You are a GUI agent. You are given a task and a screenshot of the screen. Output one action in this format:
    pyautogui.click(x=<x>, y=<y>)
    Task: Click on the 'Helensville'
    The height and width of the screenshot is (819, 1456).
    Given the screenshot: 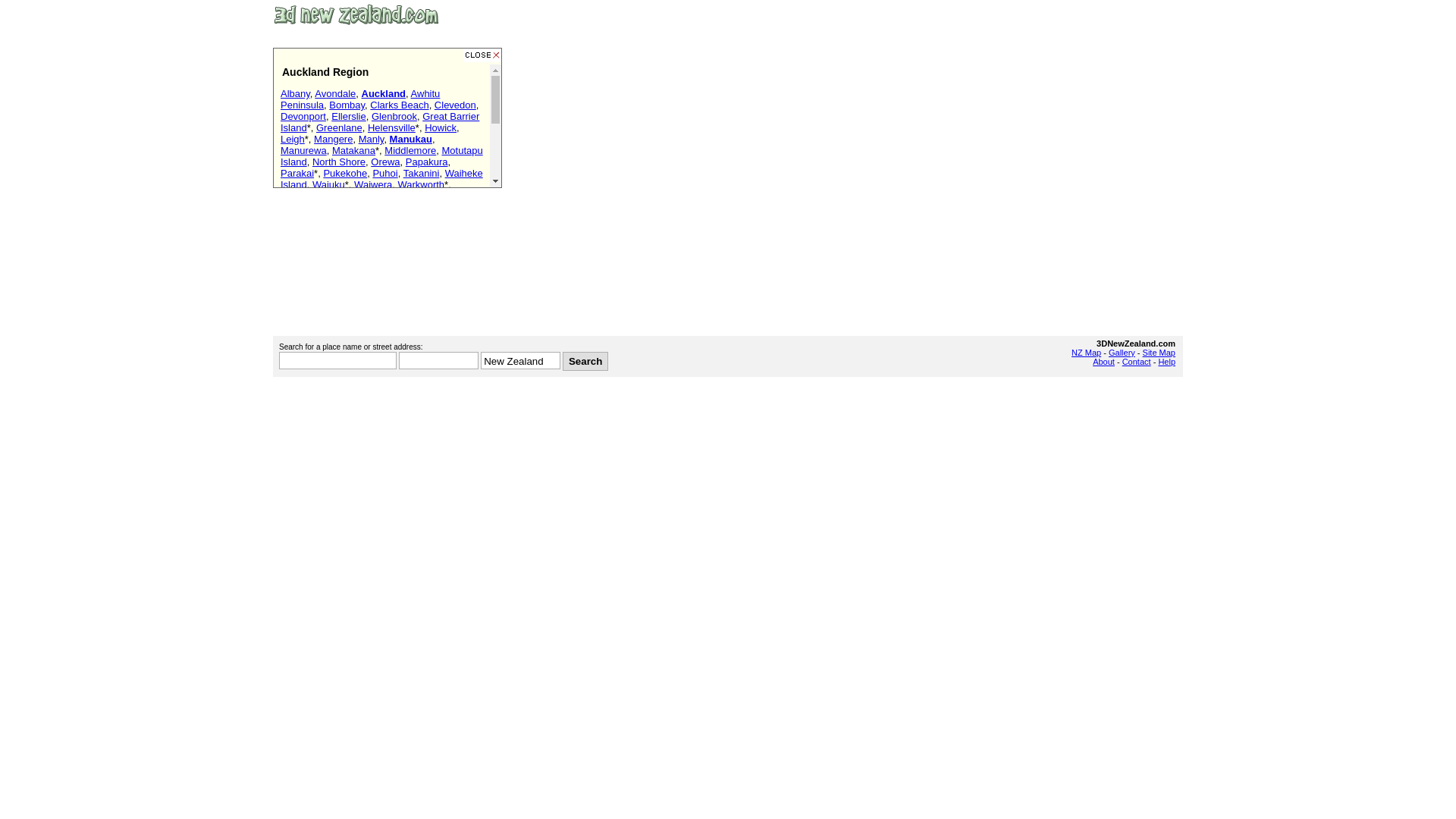 What is the action you would take?
    pyautogui.click(x=391, y=127)
    